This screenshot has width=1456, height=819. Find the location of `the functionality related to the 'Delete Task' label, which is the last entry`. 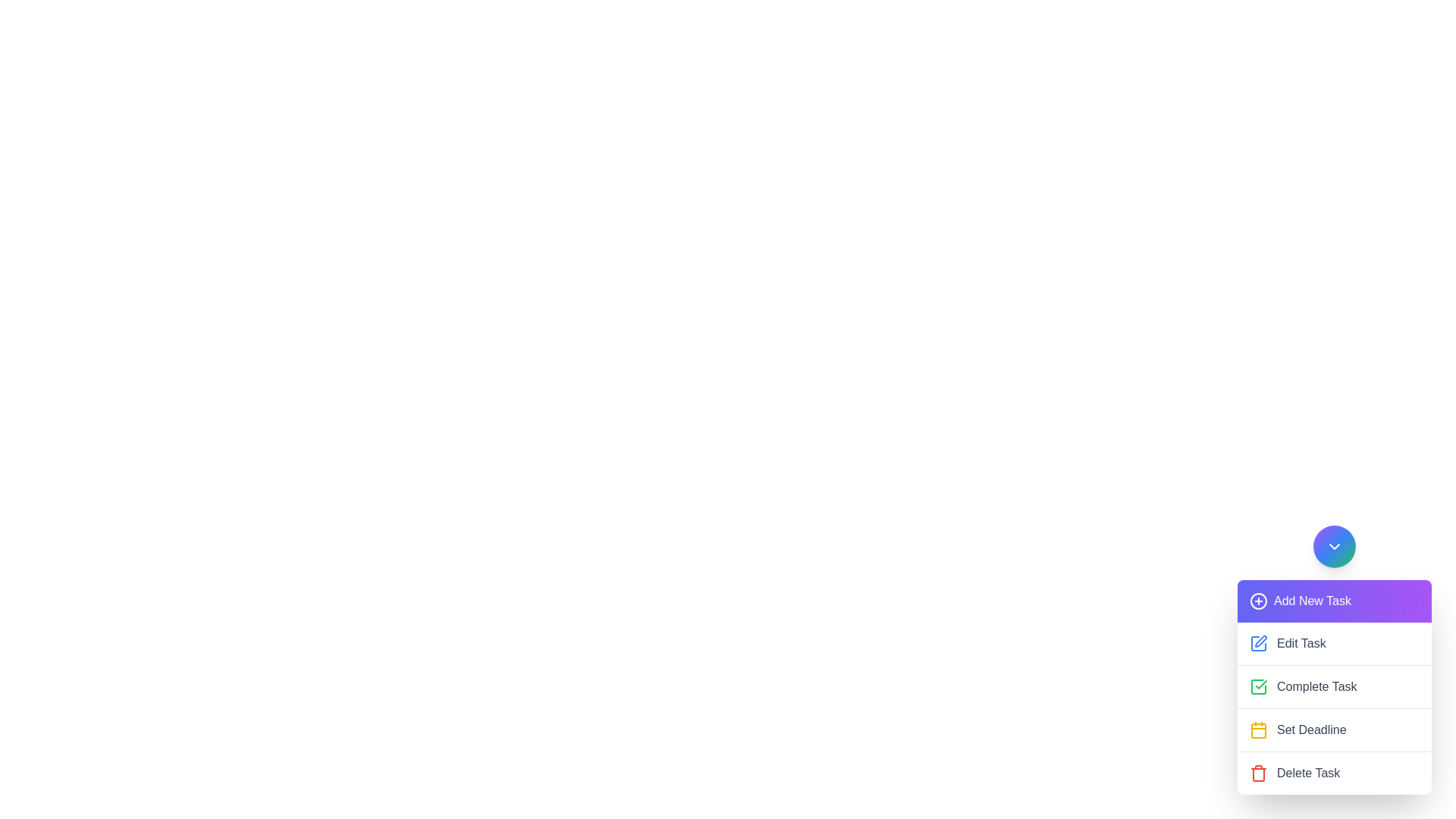

the functionality related to the 'Delete Task' label, which is the last entry is located at coordinates (1307, 773).